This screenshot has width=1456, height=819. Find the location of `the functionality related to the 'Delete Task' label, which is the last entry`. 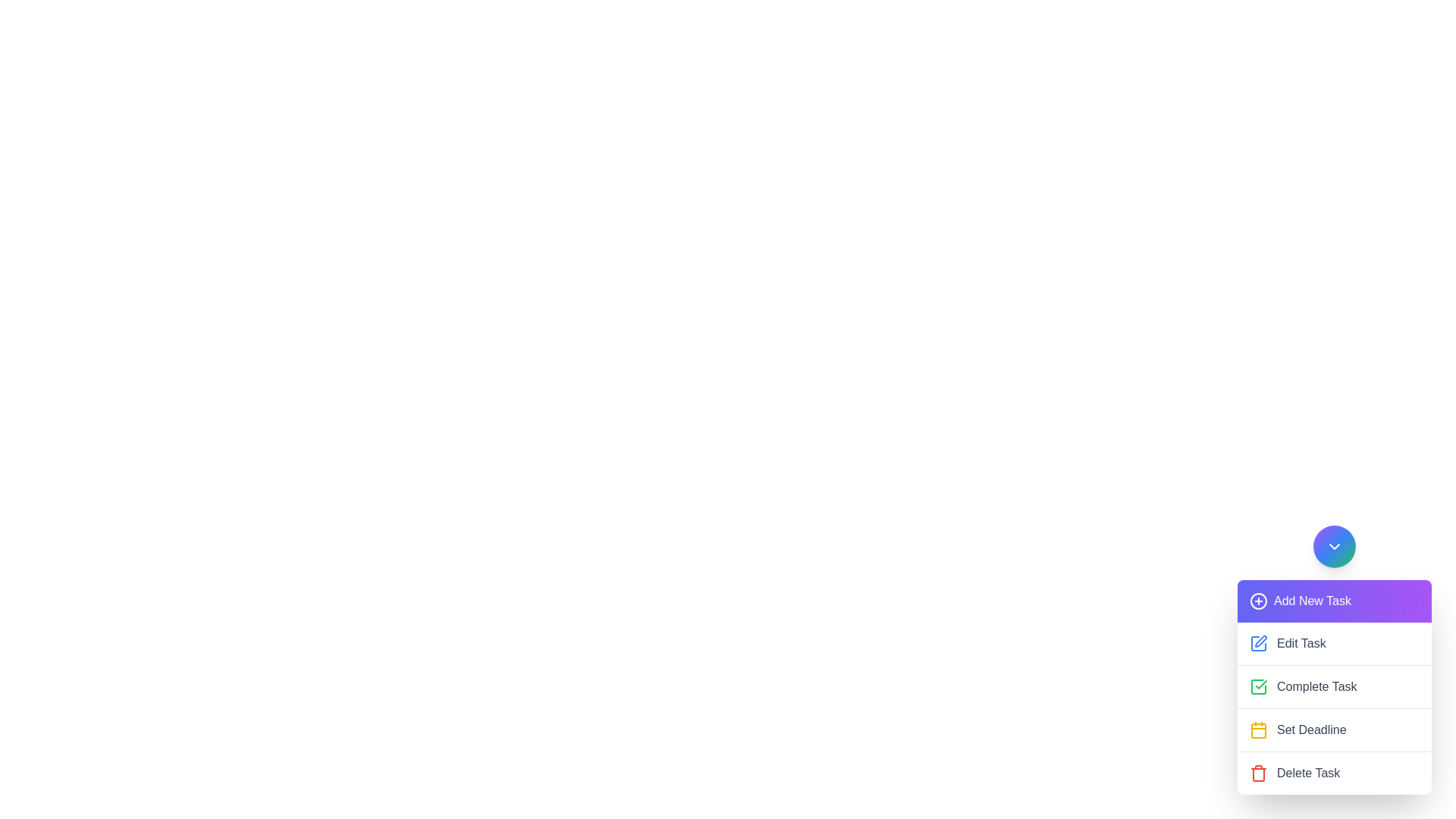

the functionality related to the 'Delete Task' label, which is the last entry is located at coordinates (1307, 773).